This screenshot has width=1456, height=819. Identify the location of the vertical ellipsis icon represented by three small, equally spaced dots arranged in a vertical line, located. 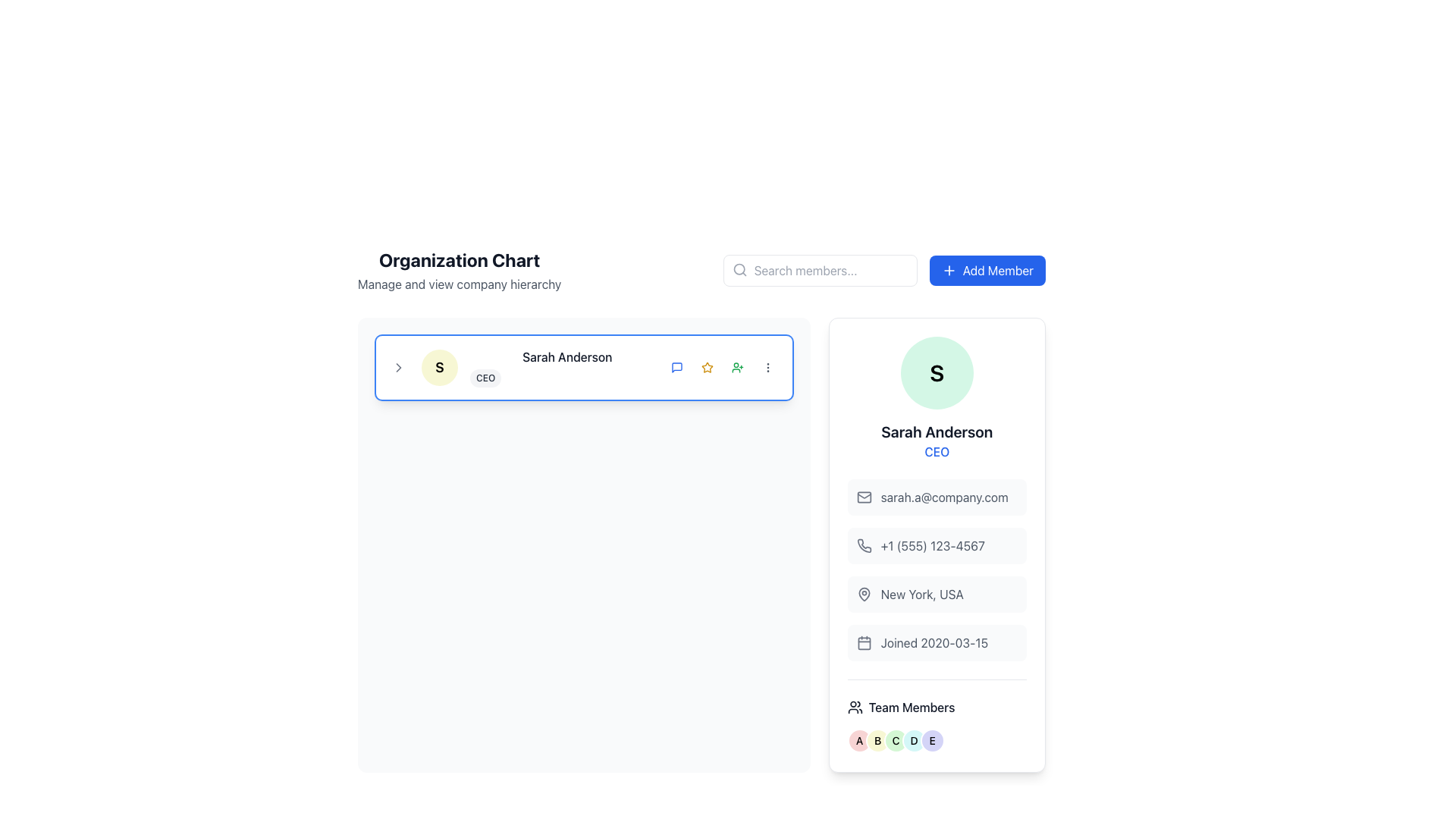
(767, 368).